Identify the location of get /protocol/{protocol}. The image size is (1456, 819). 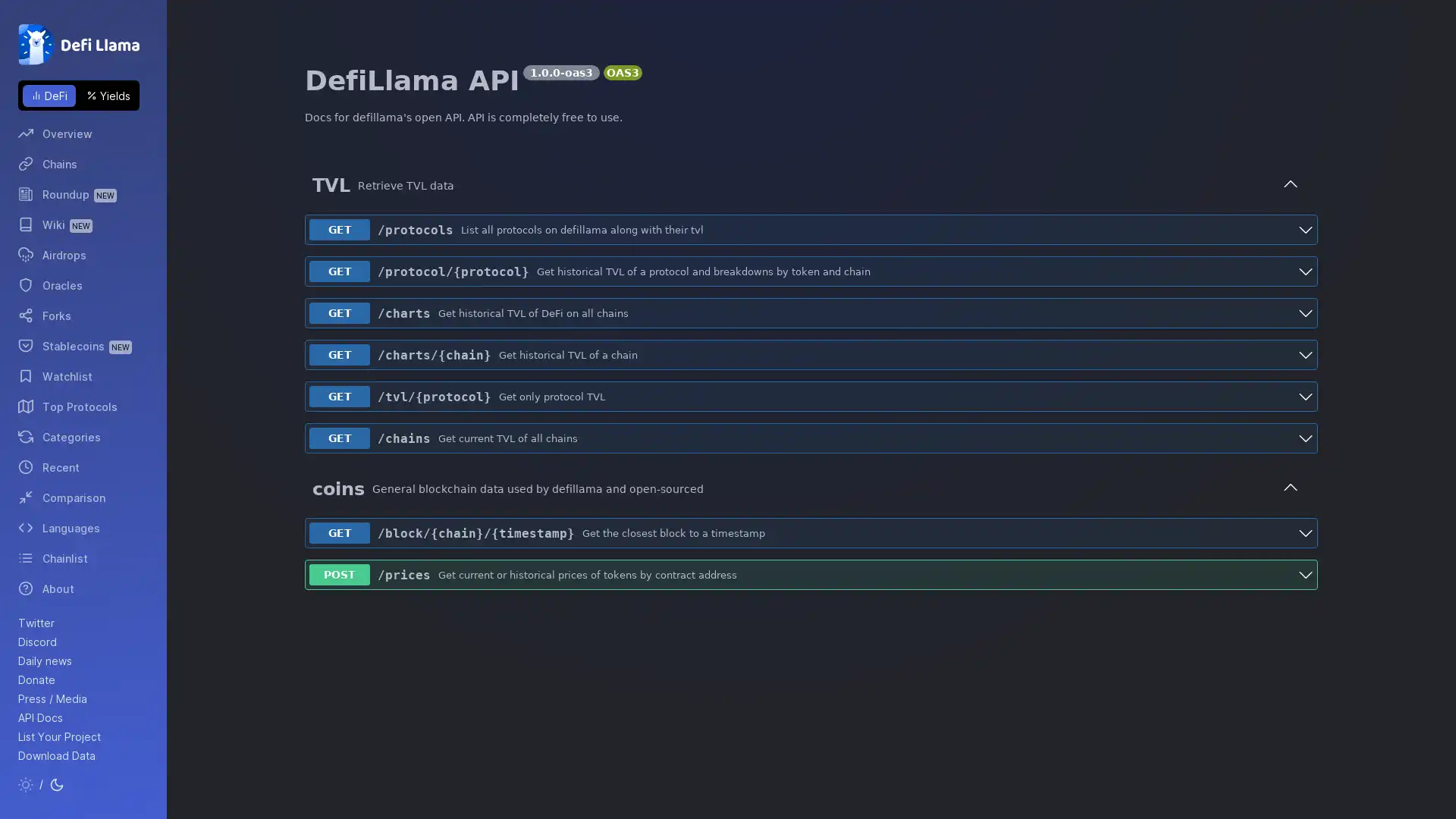
(811, 271).